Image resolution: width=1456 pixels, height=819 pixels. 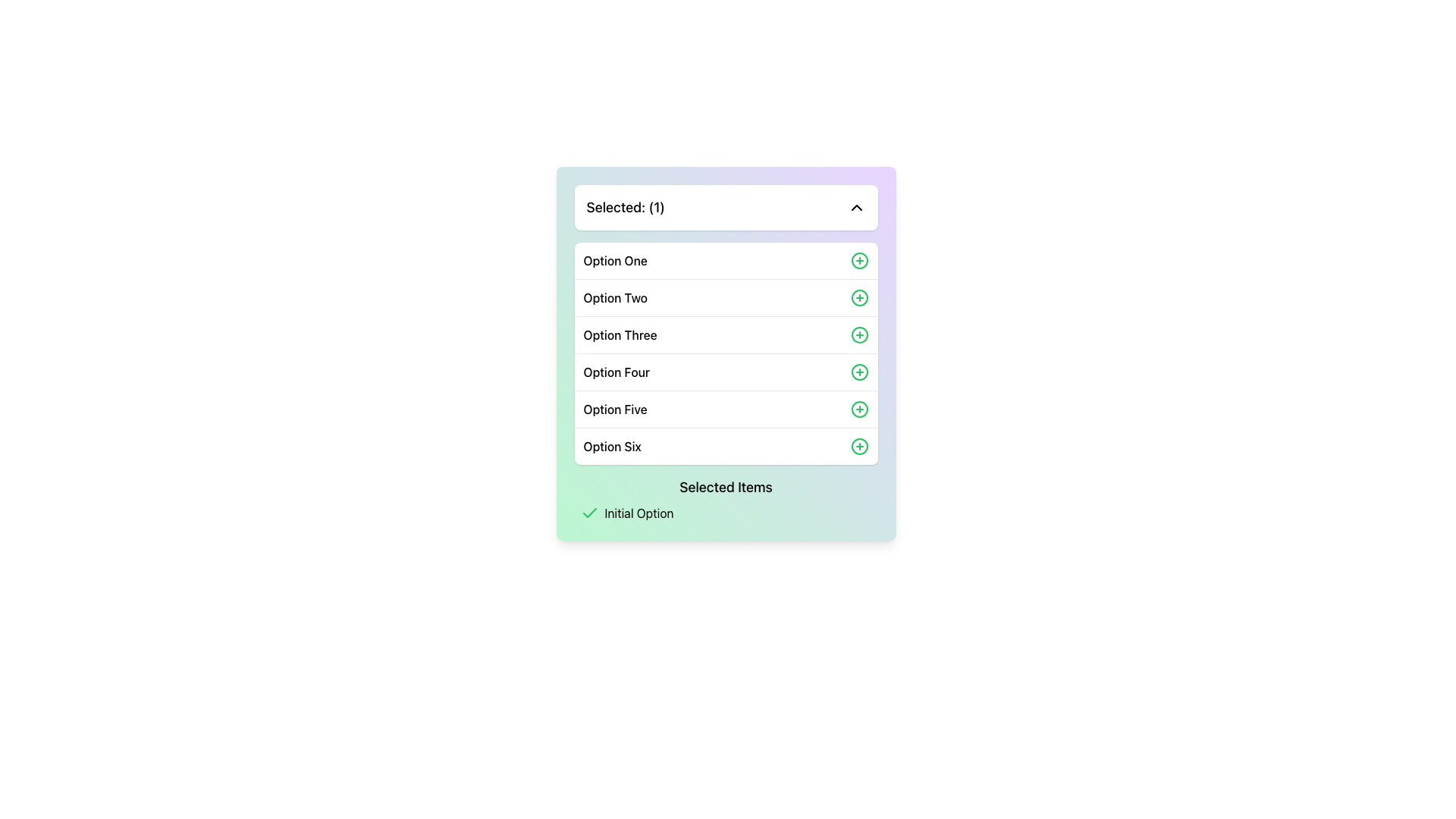 I want to click on the SVG circle element of the plus icon adjacent to the 'Option Six' label, so click(x=859, y=446).